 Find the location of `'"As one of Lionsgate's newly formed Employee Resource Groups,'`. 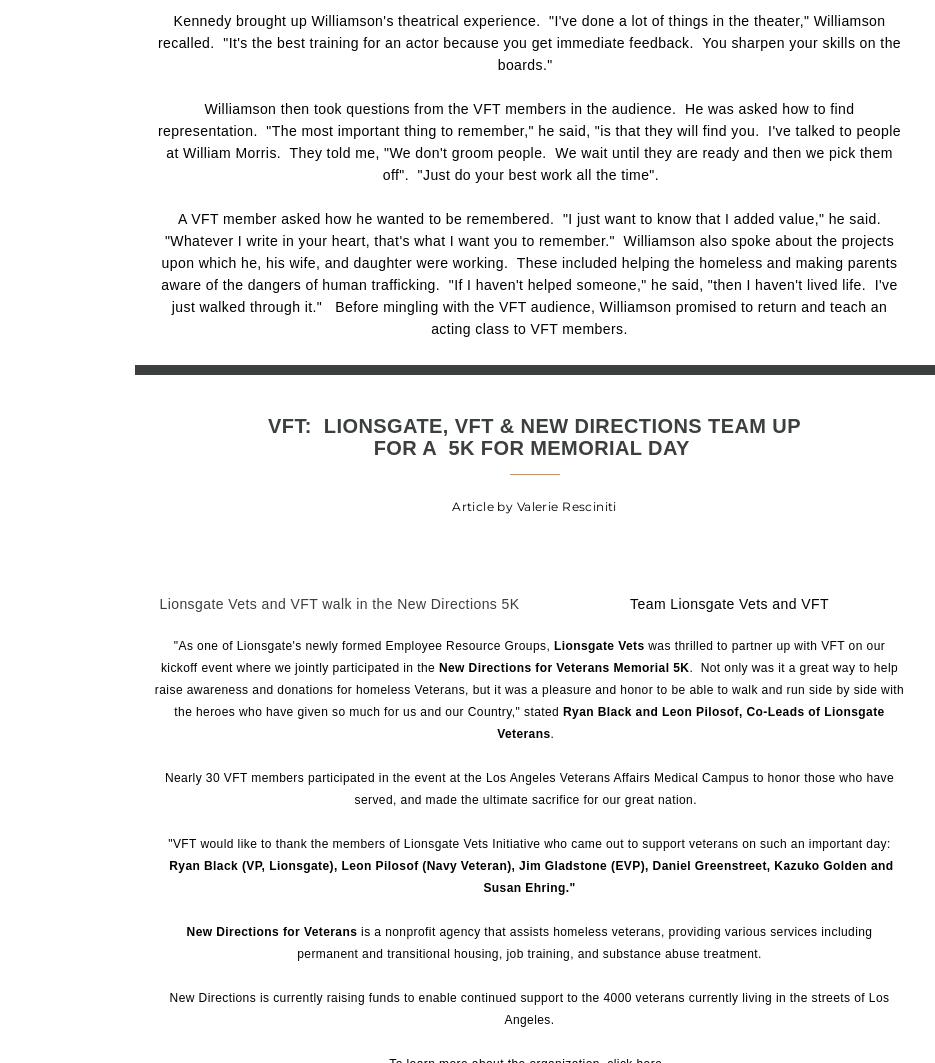

'"As one of Lionsgate's newly formed Employee Resource Groups,' is located at coordinates (361, 644).